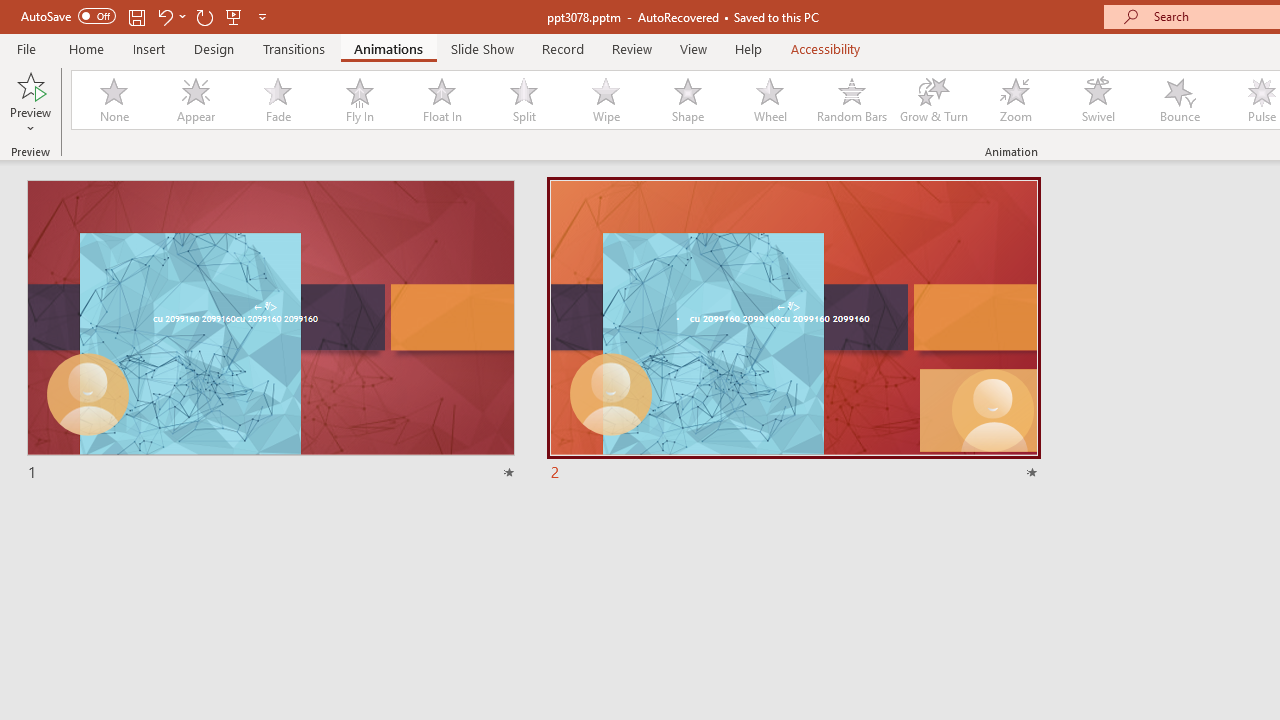 This screenshot has width=1280, height=720. I want to click on 'Wipe', so click(604, 100).